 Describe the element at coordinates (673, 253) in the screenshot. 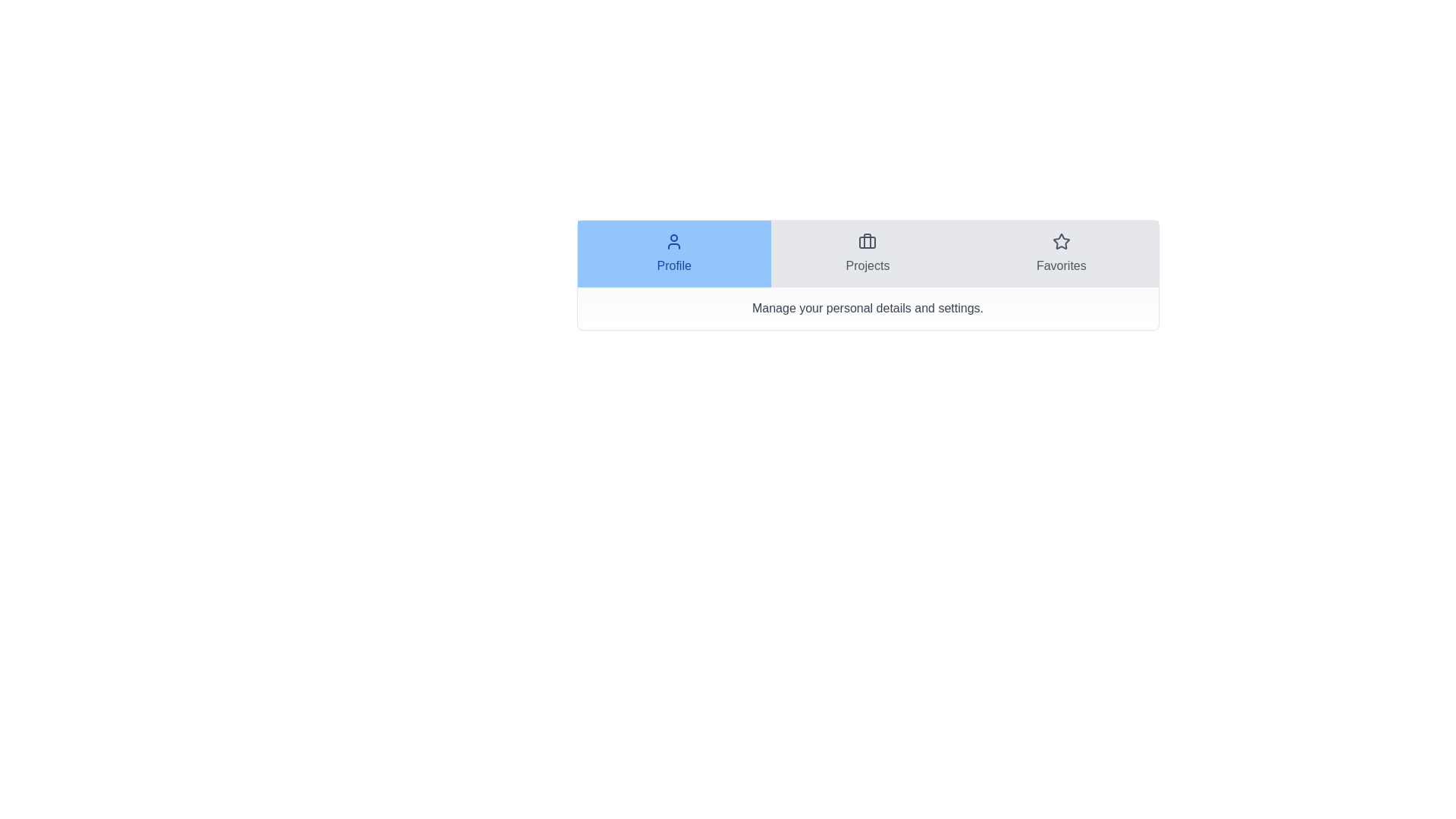

I see `the tab labeled Profile` at that location.